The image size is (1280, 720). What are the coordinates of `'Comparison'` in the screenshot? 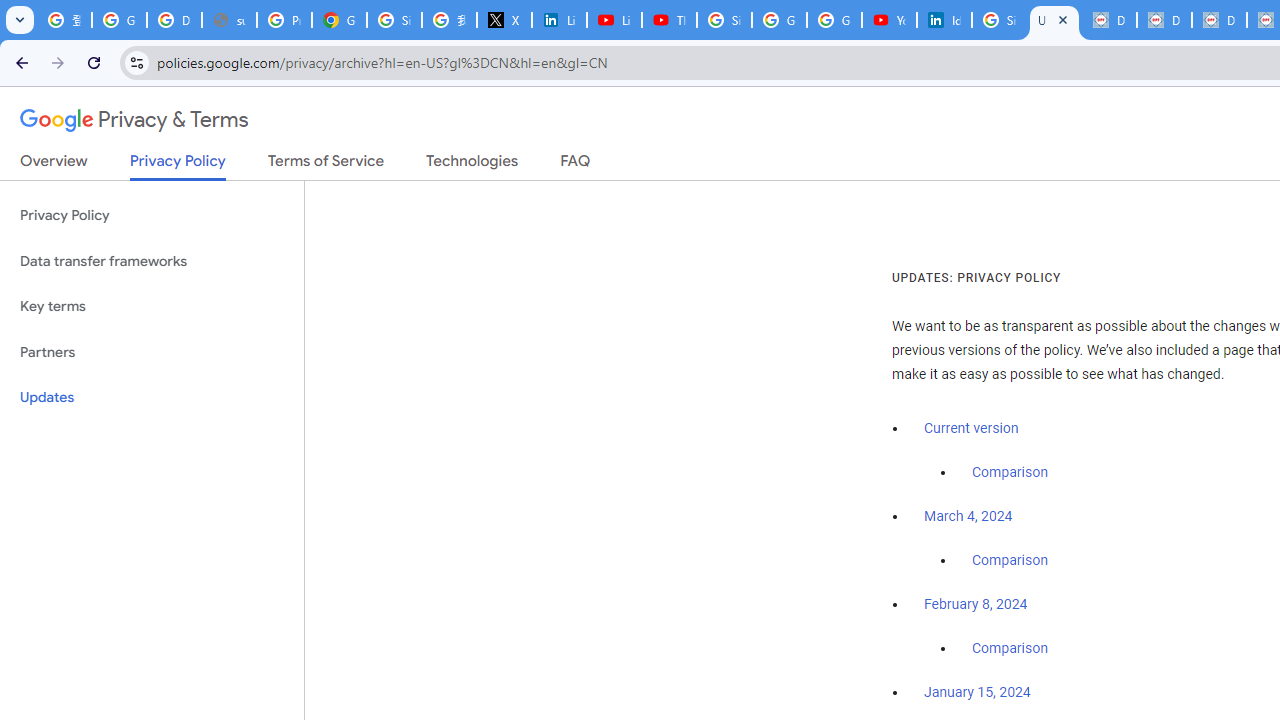 It's located at (1009, 649).